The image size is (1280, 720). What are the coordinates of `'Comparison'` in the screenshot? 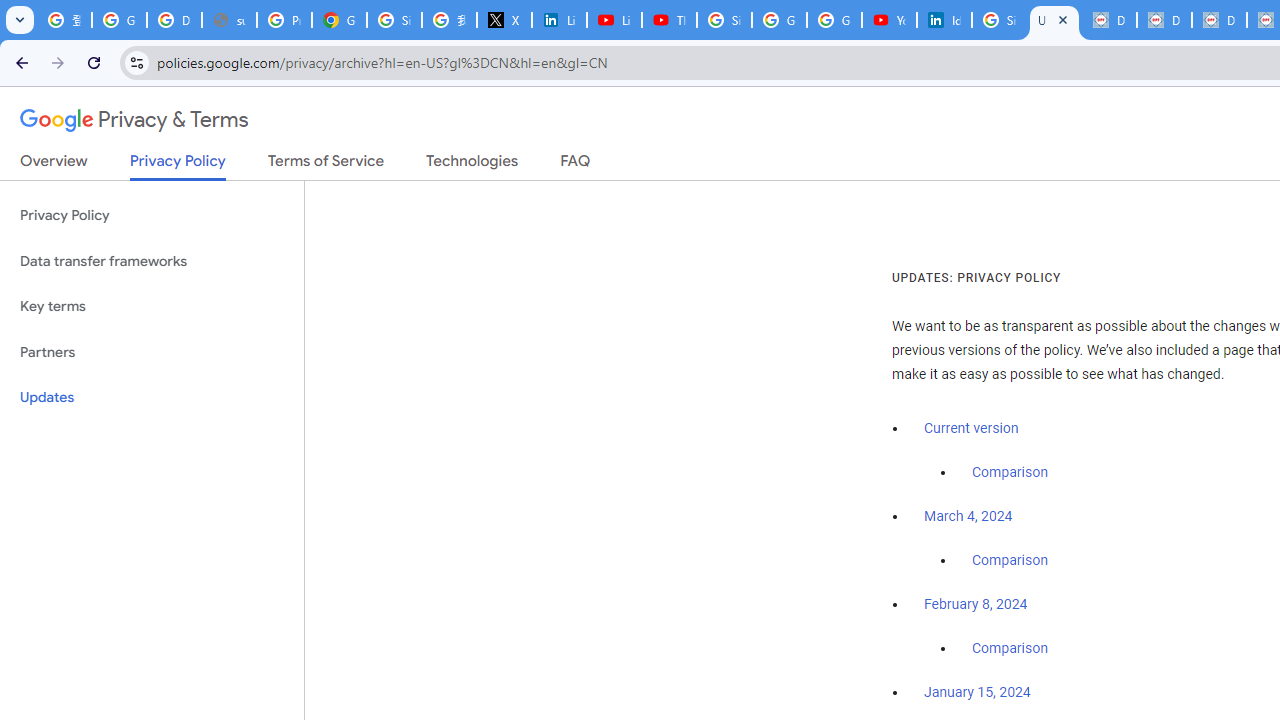 It's located at (1009, 649).